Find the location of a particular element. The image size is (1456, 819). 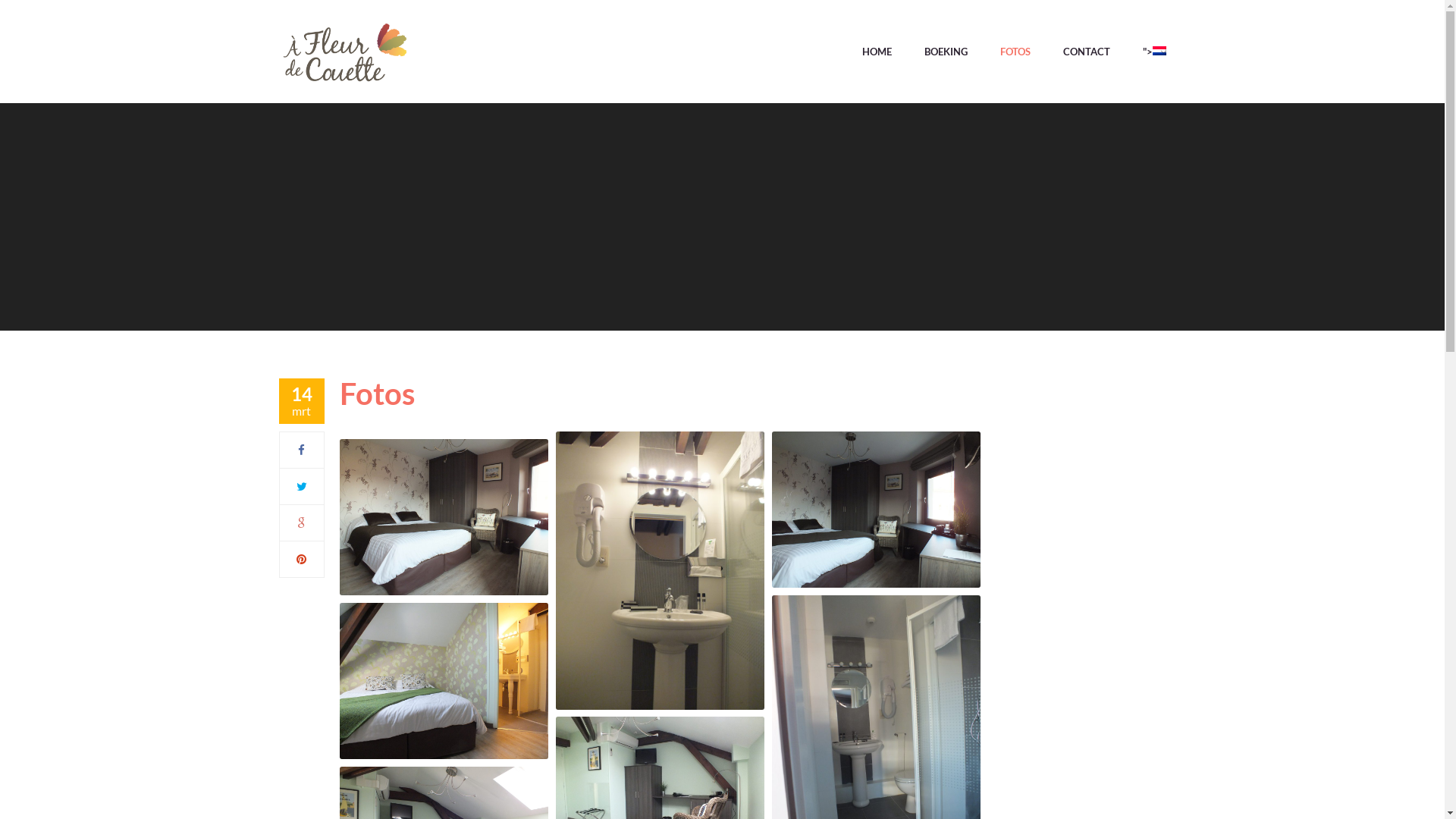

'FOTOS' is located at coordinates (1015, 55).